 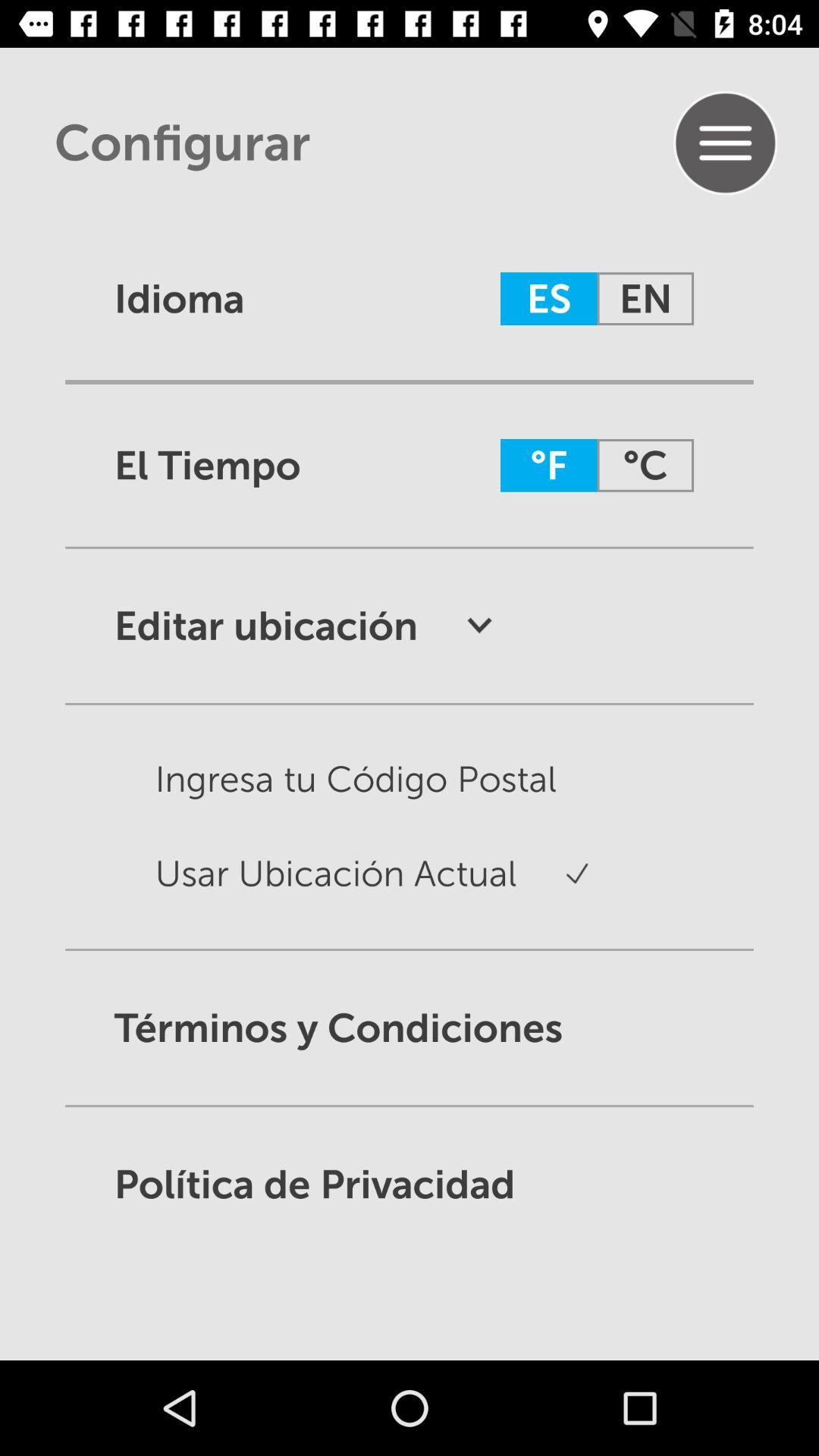 I want to click on drop down symbol after editar ubicacion, so click(x=454, y=626).